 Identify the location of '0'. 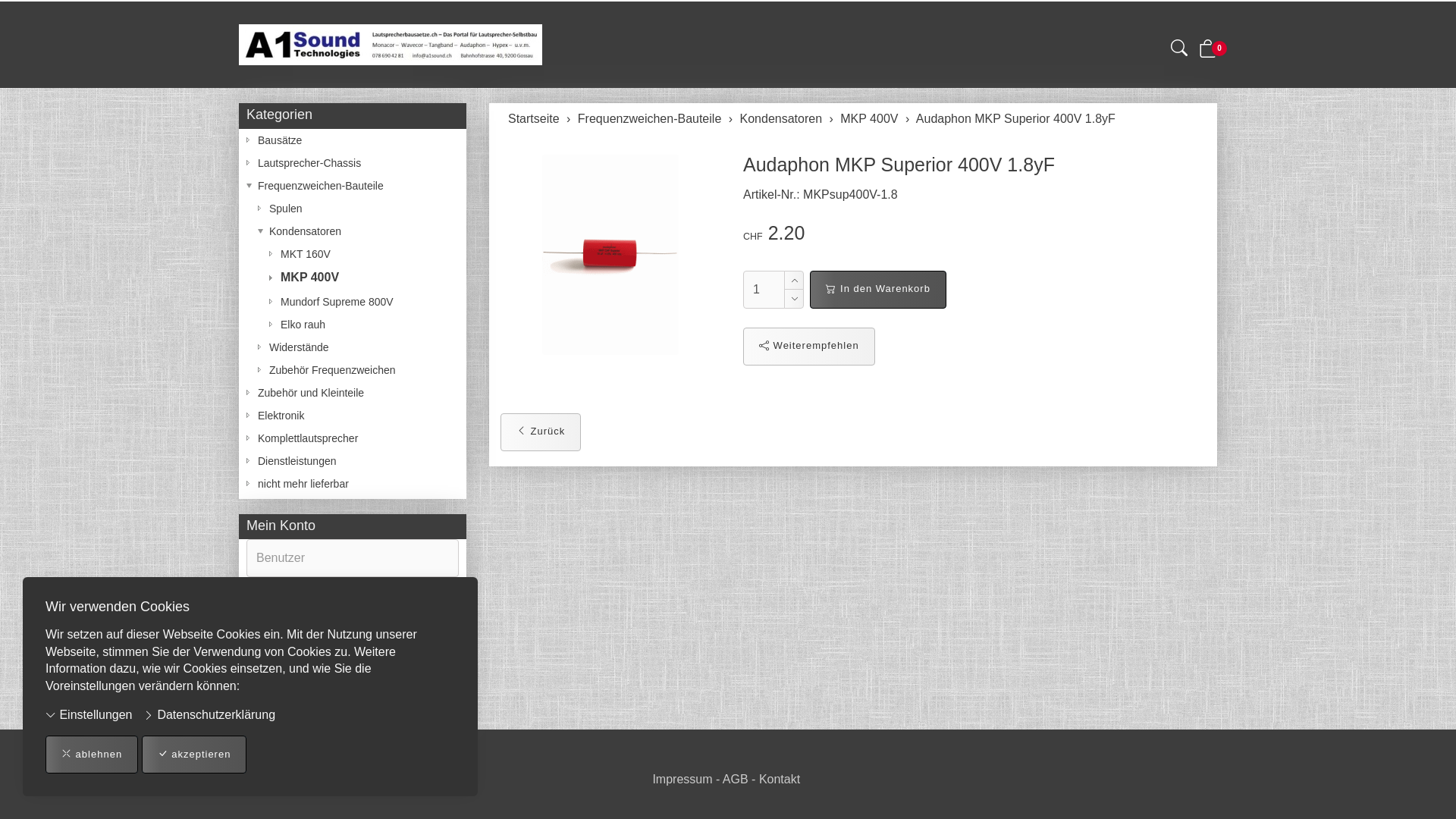
(1207, 52).